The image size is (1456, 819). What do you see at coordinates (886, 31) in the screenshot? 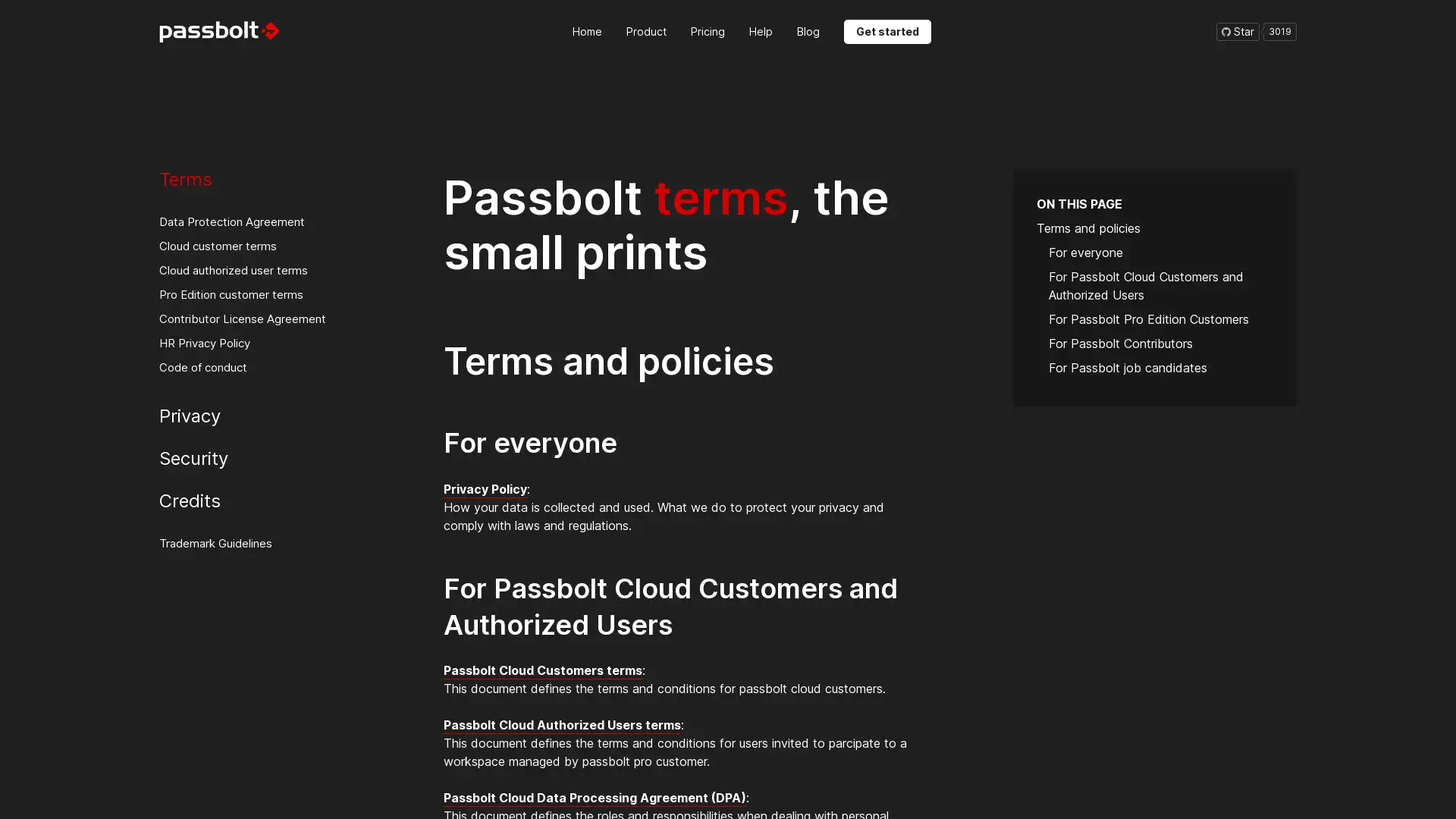
I see `Get started` at bounding box center [886, 31].